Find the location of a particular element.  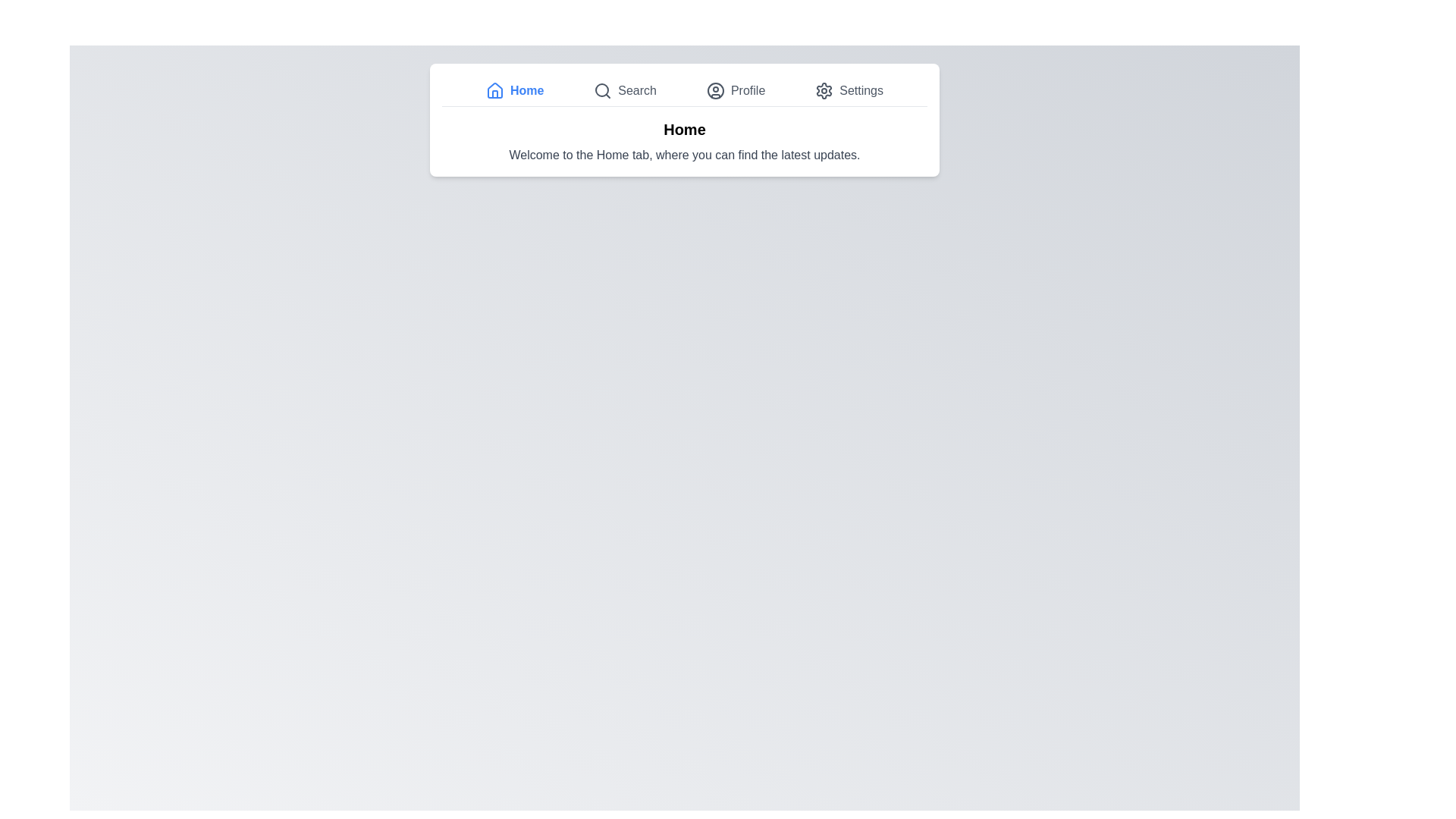

the 'Profile' menu item is located at coordinates (736, 90).